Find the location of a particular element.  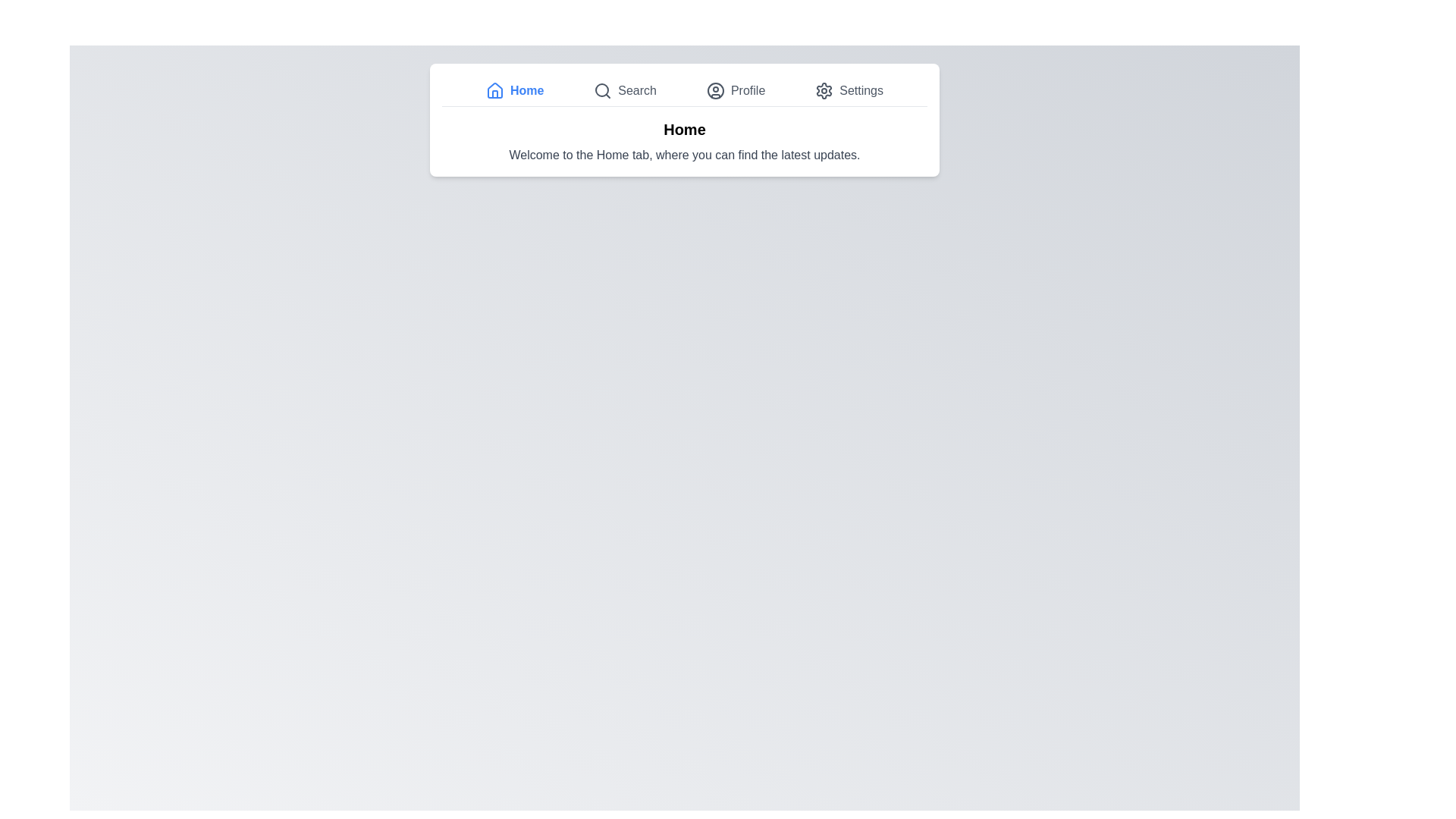

the 'Profile' menu item is located at coordinates (736, 90).